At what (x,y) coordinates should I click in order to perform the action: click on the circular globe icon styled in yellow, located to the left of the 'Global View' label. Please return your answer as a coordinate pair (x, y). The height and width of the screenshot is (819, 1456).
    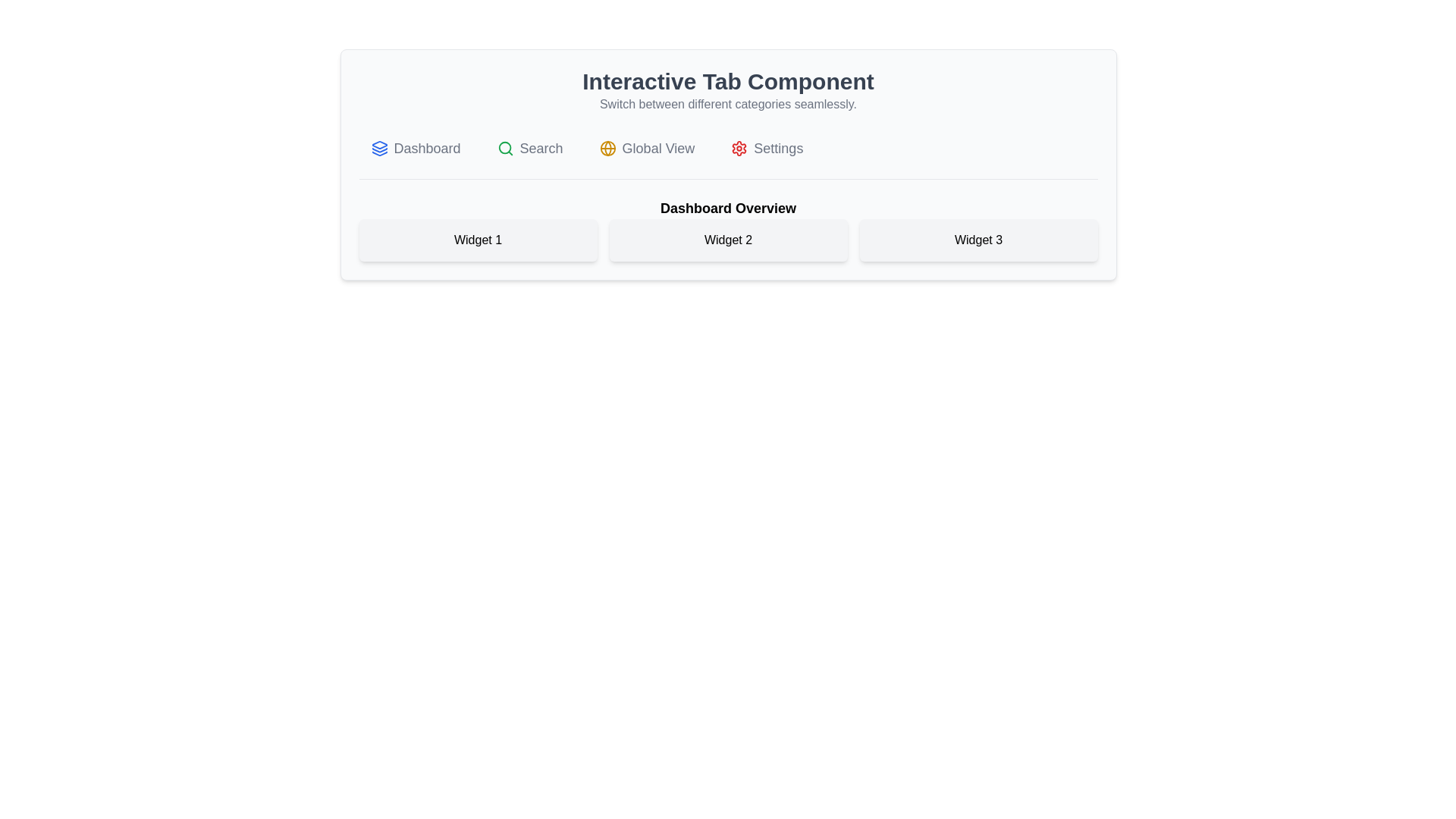
    Looking at the image, I should click on (607, 149).